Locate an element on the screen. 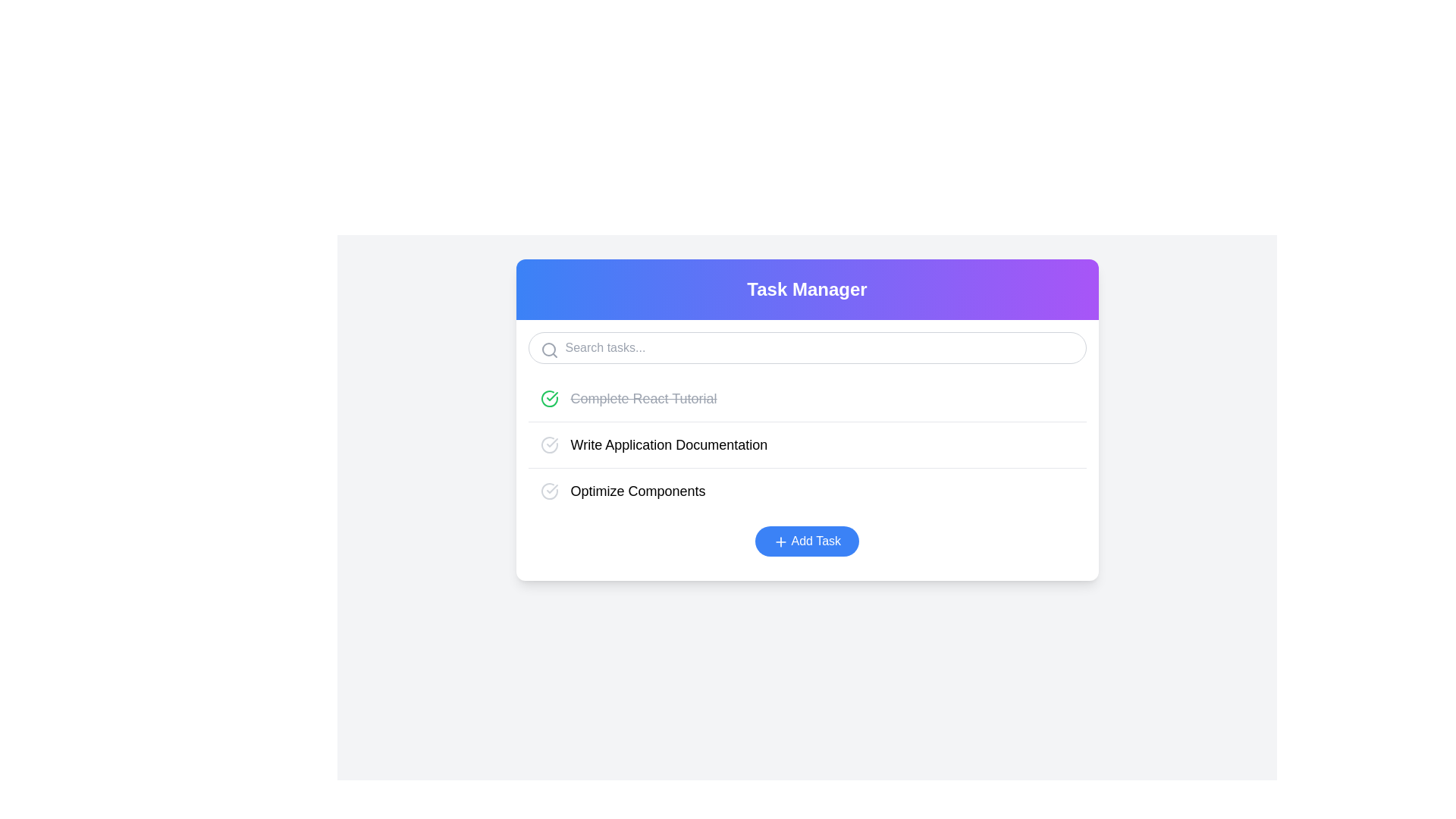 This screenshot has width=1456, height=819. the task entries in the task management application's task list, which is located below the search bar and above the 'Add Task' button is located at coordinates (806, 444).